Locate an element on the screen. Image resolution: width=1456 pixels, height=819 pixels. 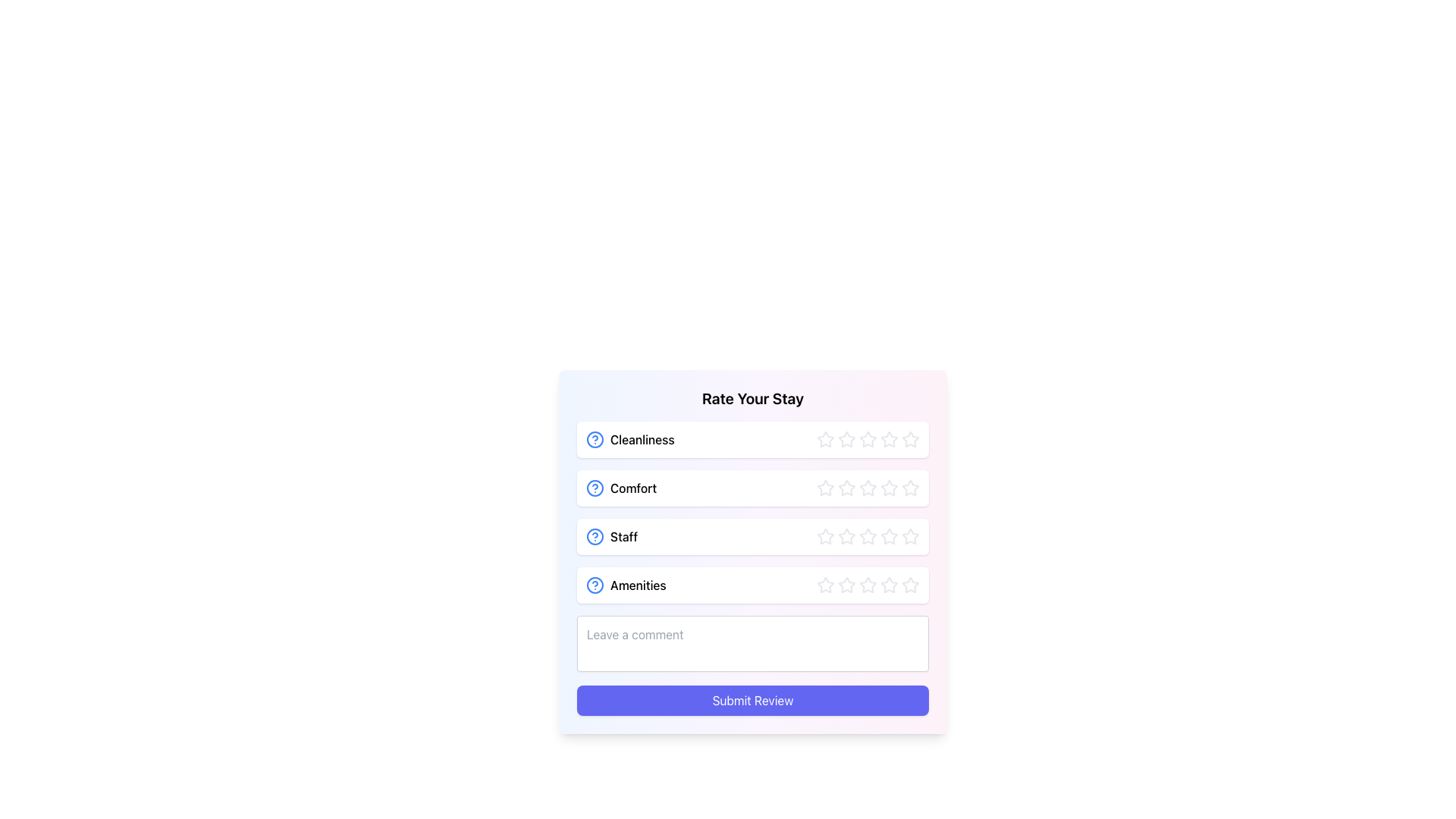
the third star in the five-star rating system for the 'Comfort' category is located at coordinates (868, 488).